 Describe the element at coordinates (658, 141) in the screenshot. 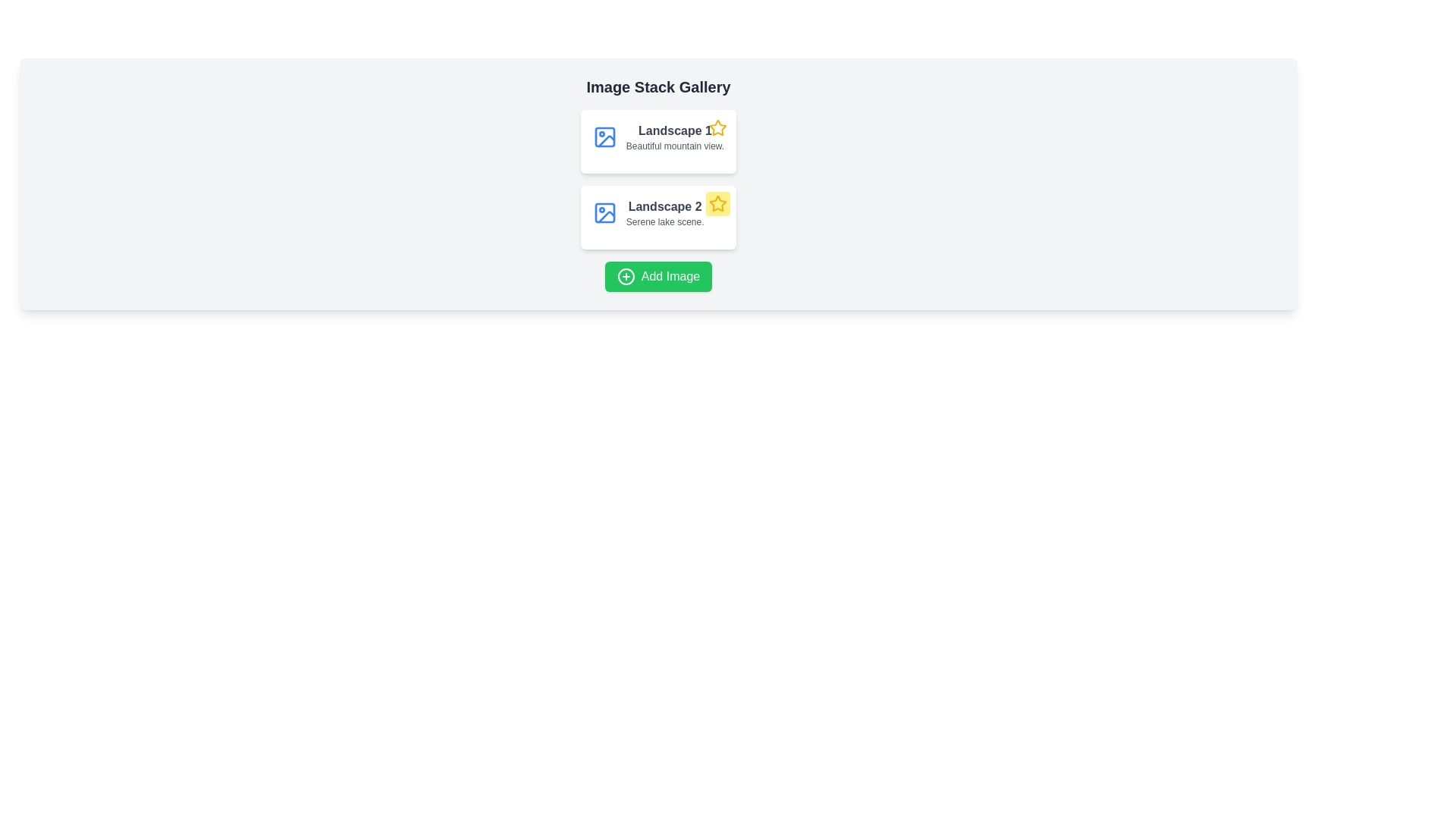

I see `the first card in the vertical stack that represents an item entry in a gallery` at that location.